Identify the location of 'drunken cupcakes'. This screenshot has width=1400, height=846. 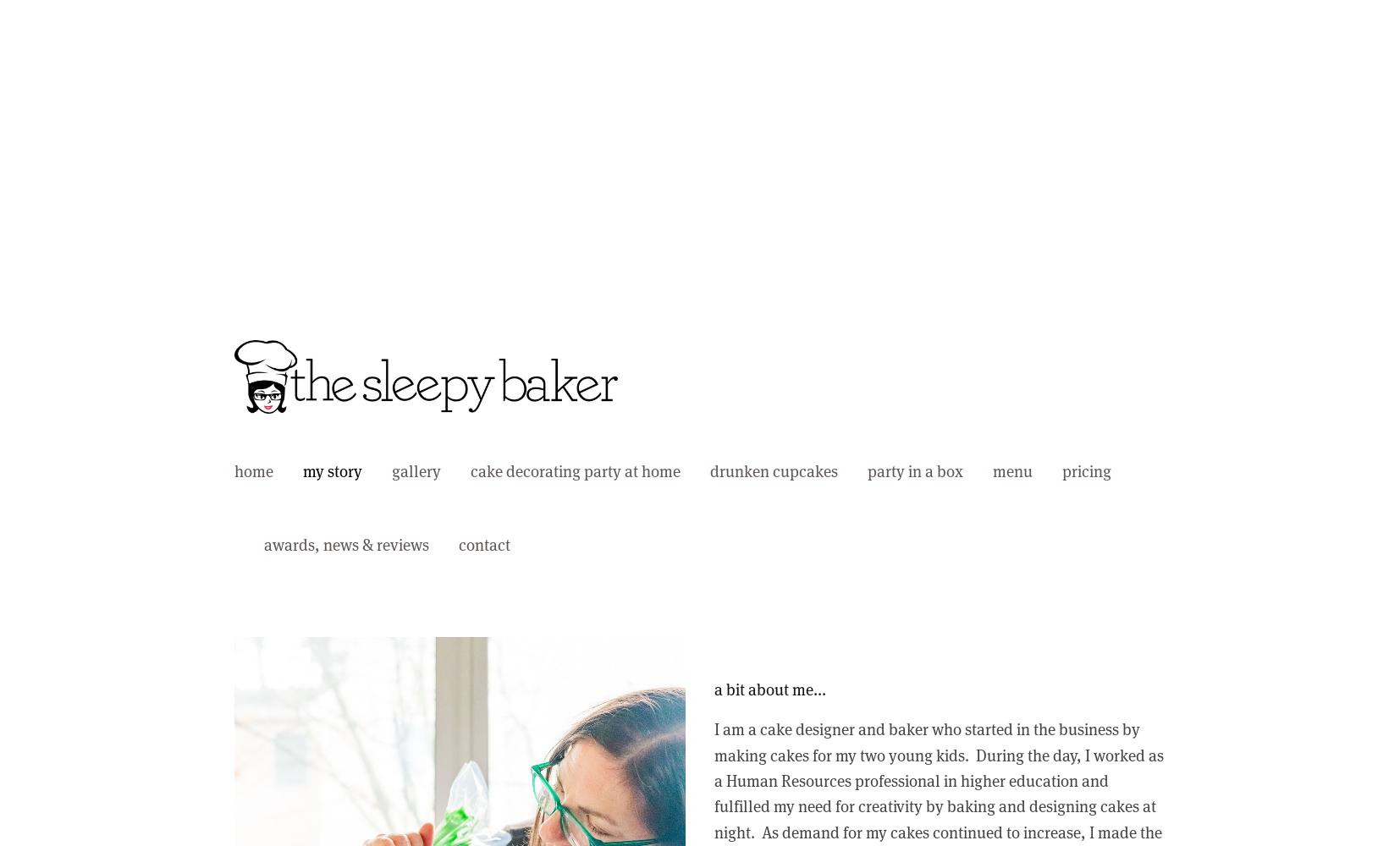
(773, 470).